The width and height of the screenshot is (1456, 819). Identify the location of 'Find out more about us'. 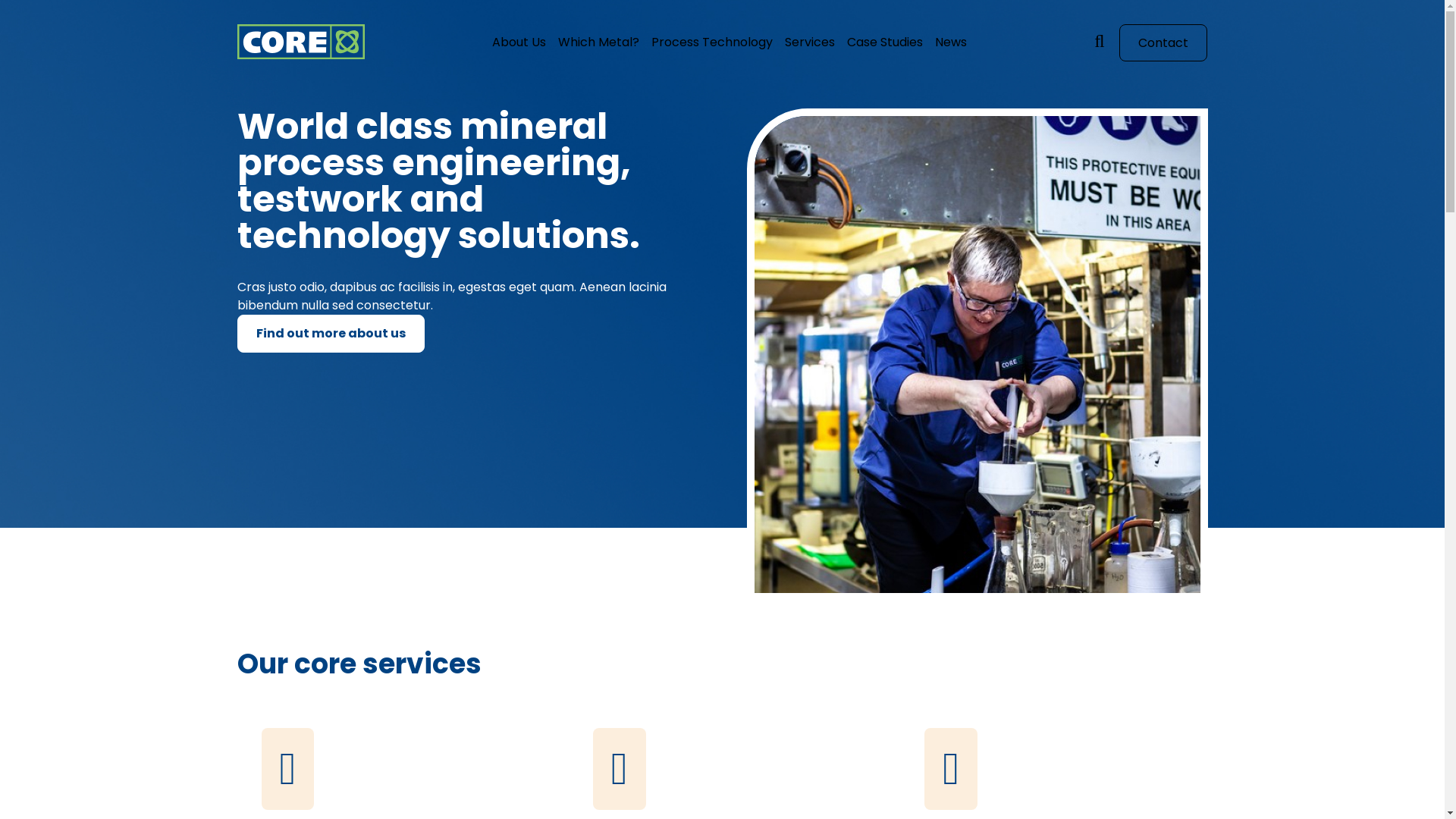
(236, 332).